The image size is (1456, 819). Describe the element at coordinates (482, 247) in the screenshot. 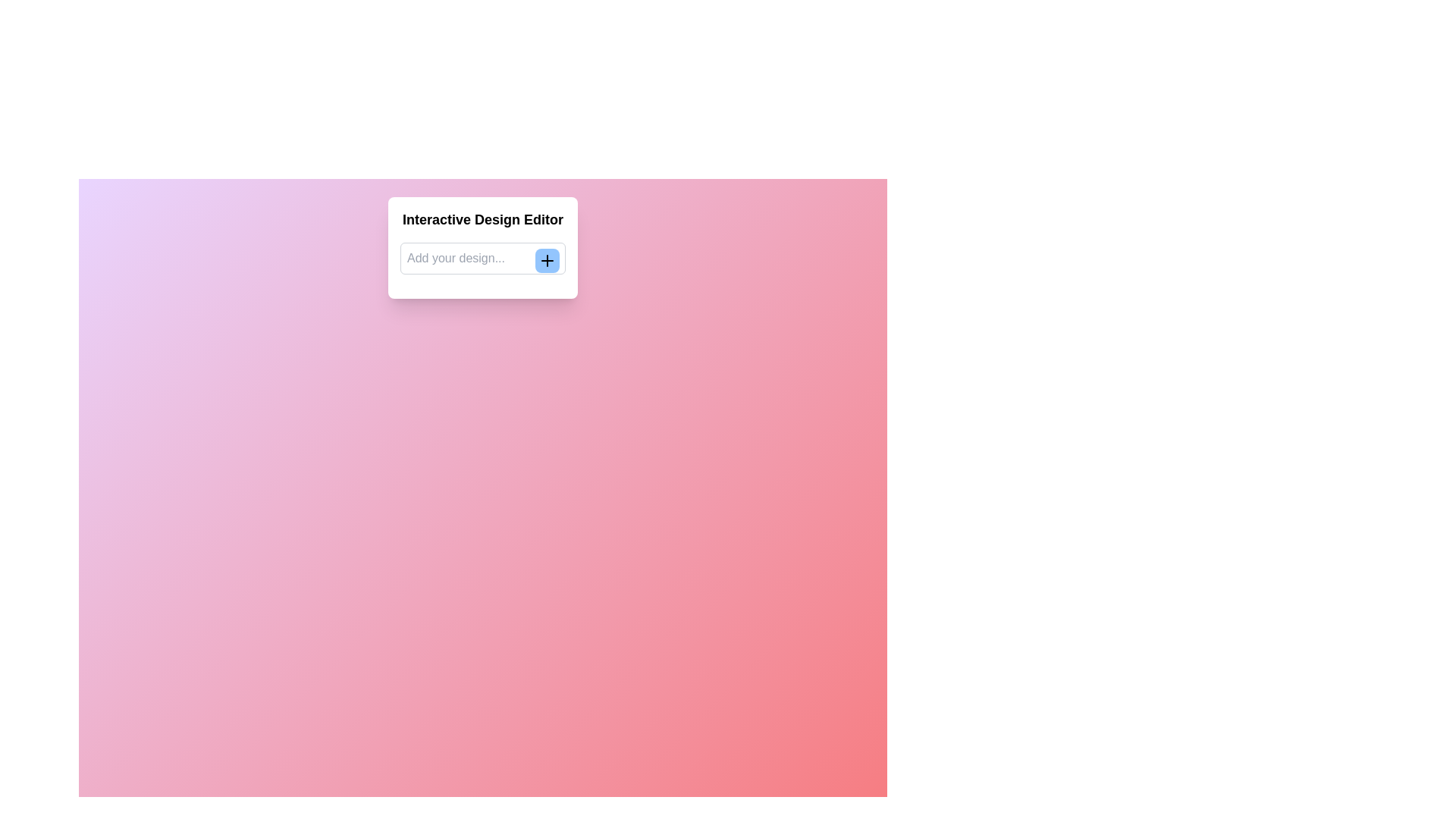

I see `the 'Add your design...' input box located within the header and input unit of the Interactive Design Editor interface` at that location.